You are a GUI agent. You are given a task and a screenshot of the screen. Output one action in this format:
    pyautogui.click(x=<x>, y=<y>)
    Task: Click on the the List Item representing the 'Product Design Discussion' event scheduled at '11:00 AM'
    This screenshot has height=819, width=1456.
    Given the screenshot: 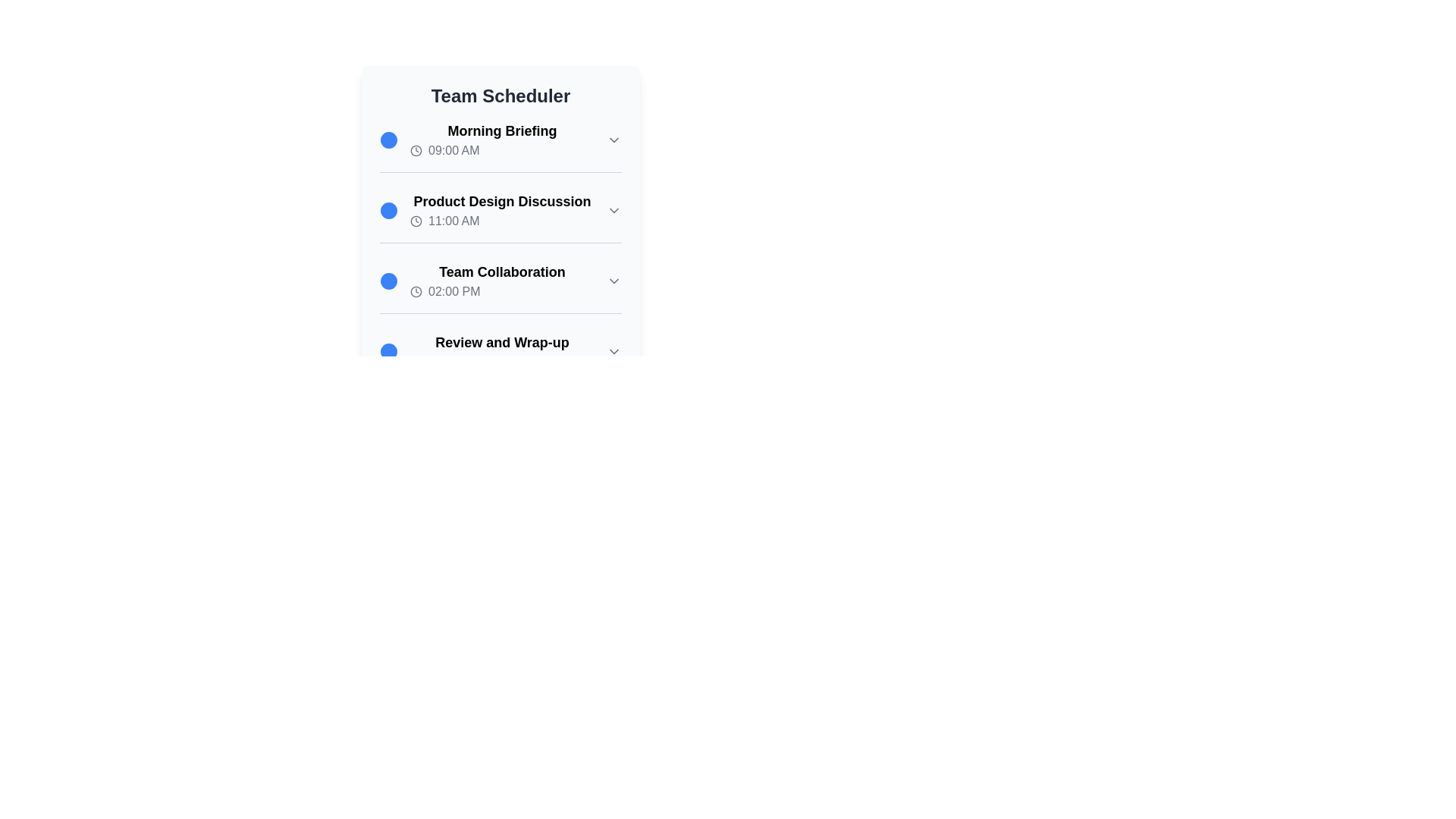 What is the action you would take?
    pyautogui.click(x=502, y=210)
    